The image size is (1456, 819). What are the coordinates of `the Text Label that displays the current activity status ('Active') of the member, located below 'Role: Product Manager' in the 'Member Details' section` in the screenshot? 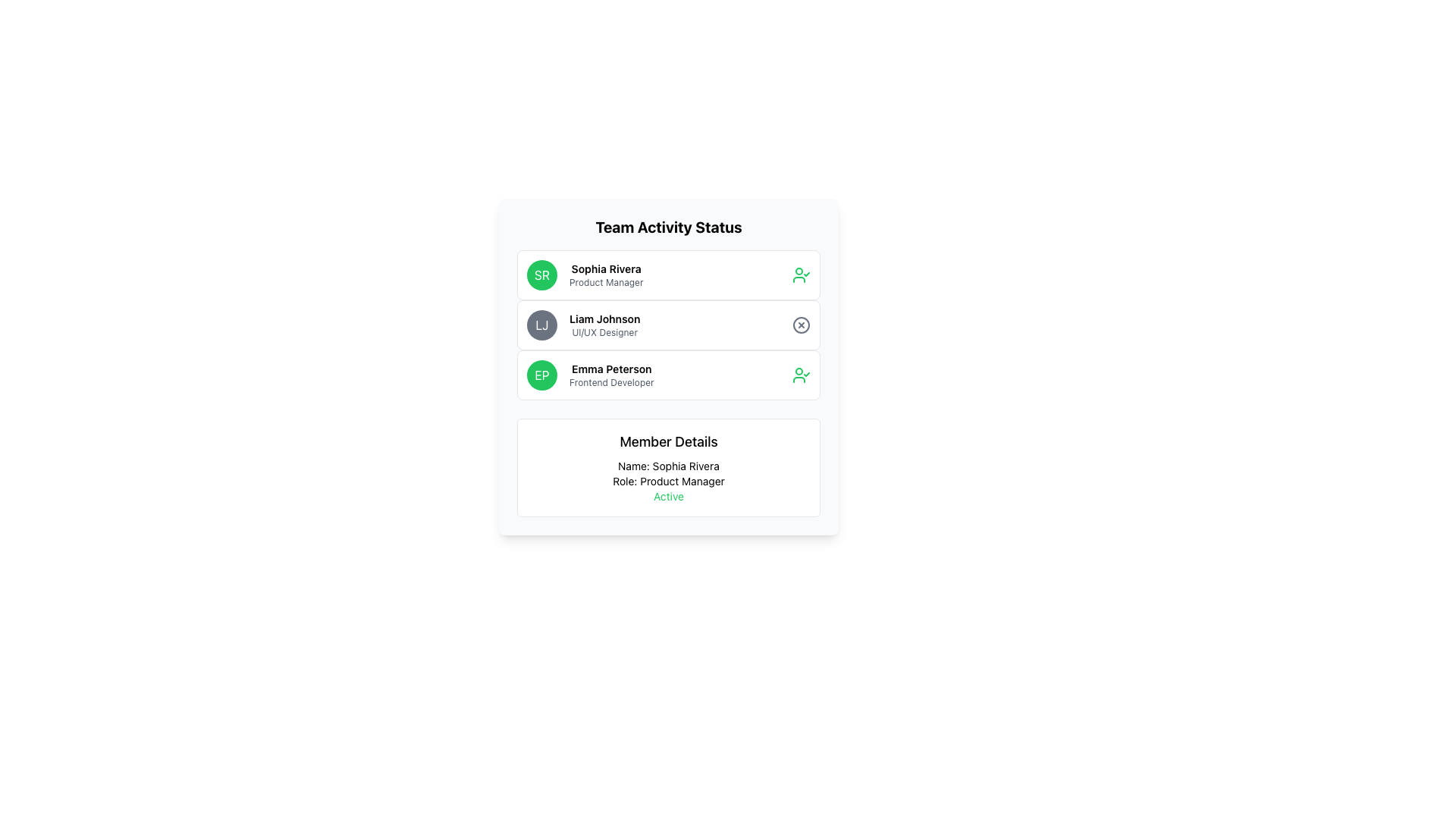 It's located at (668, 497).